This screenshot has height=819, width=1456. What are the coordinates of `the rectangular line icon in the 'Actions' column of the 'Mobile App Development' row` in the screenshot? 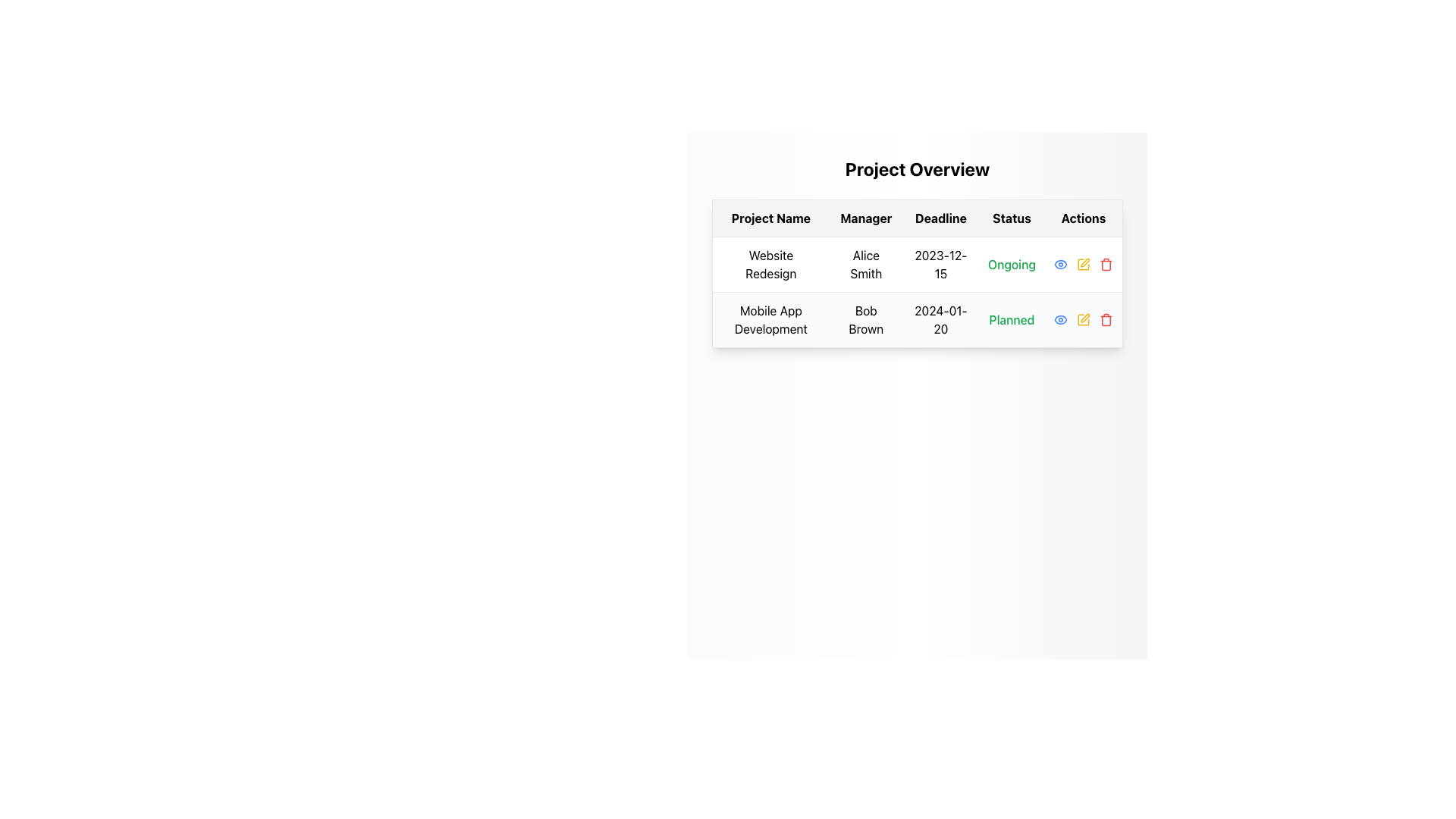 It's located at (1083, 318).